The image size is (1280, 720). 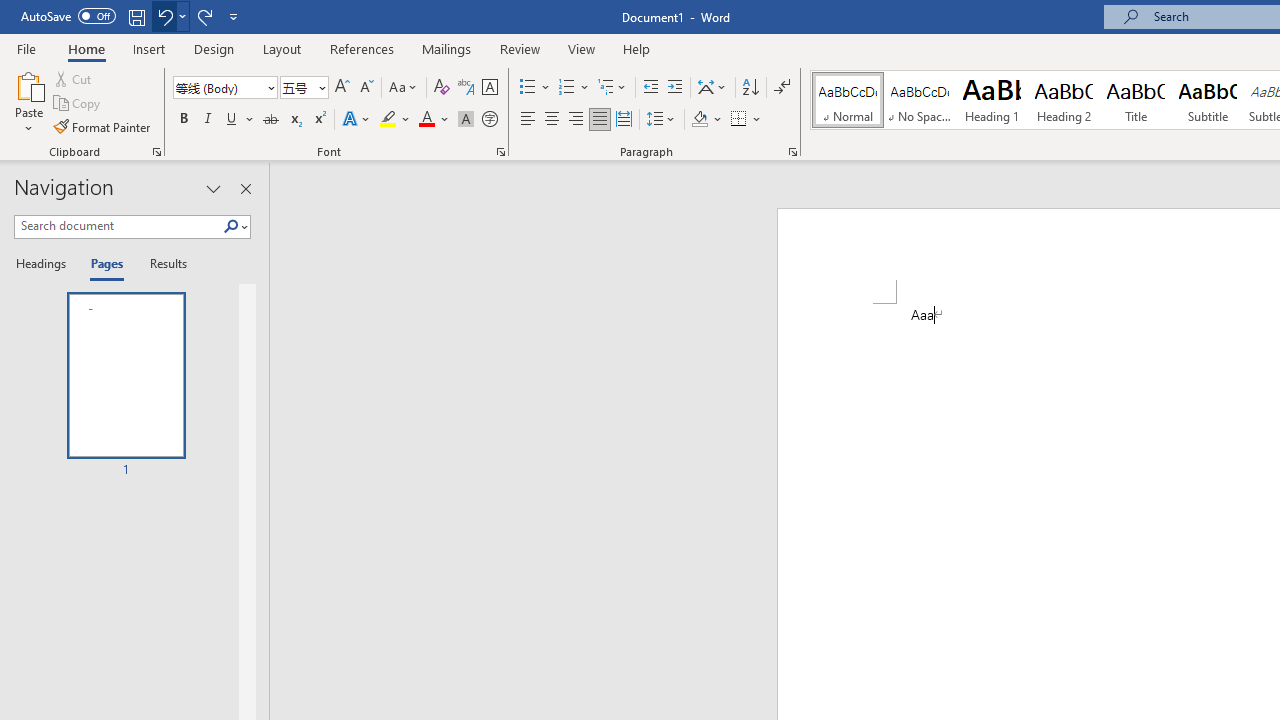 I want to click on 'Close pane', so click(x=245, y=189).